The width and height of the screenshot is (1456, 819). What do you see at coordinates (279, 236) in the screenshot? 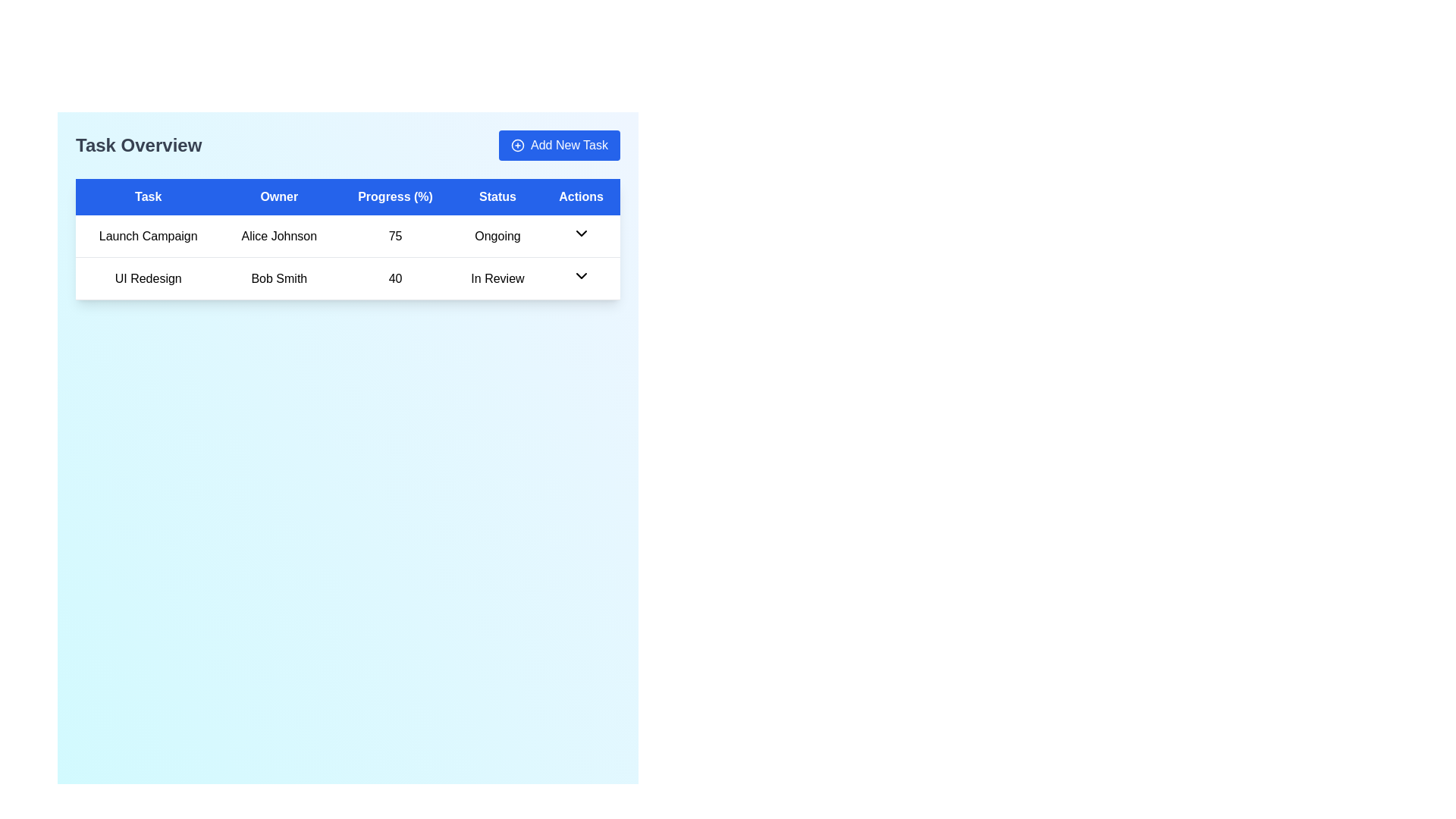
I see `displayed text 'Alice Johnson' located in the 'Owner' column of the table row for the task 'Launch Campaign'` at bounding box center [279, 236].